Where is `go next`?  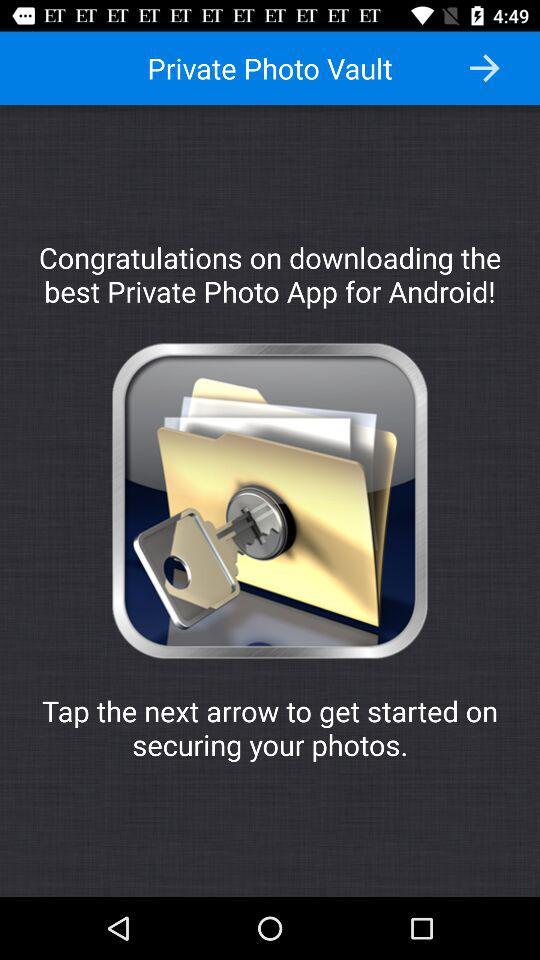
go next is located at coordinates (483, 68).